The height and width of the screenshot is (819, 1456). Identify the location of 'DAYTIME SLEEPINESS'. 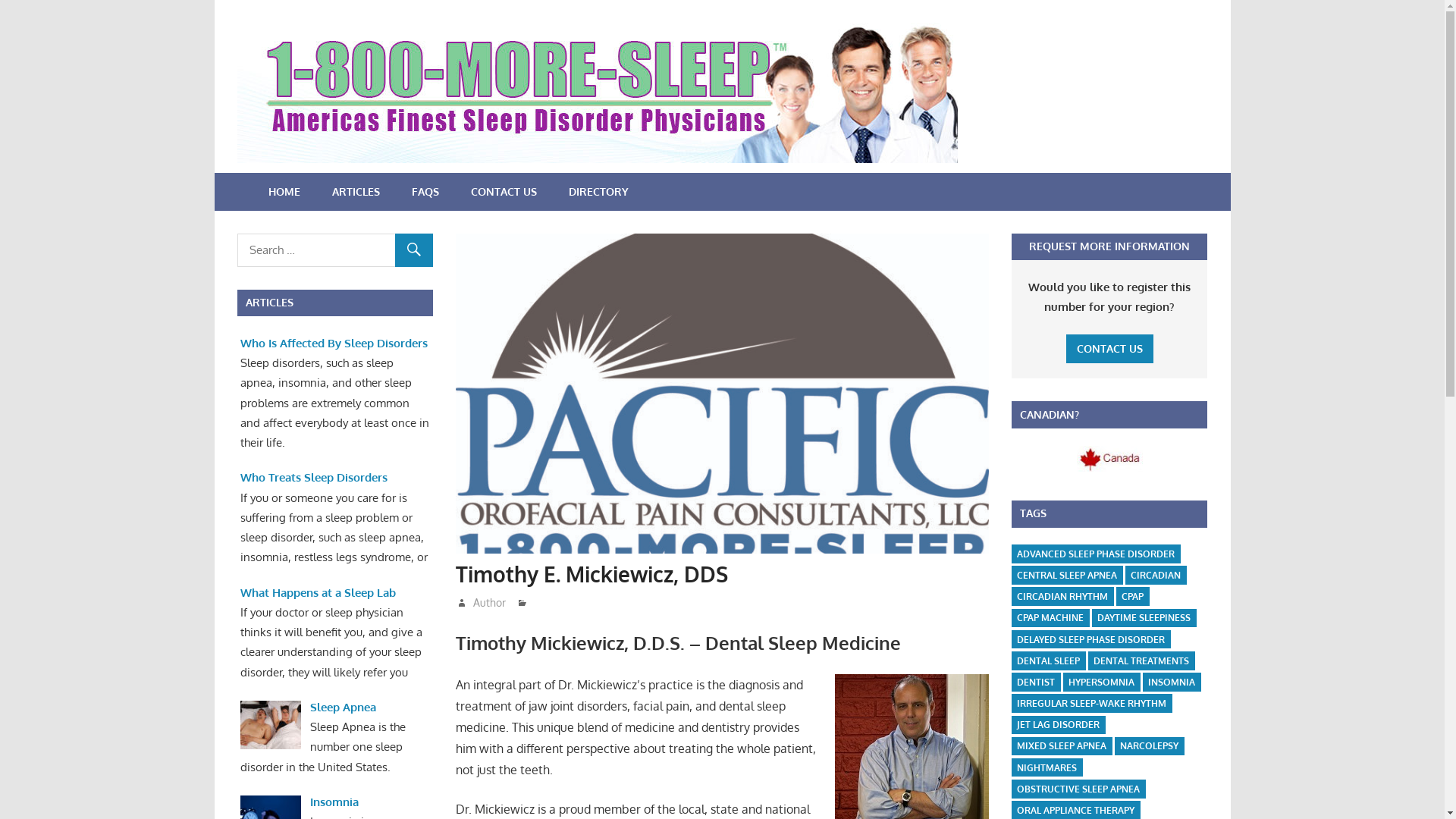
(1144, 618).